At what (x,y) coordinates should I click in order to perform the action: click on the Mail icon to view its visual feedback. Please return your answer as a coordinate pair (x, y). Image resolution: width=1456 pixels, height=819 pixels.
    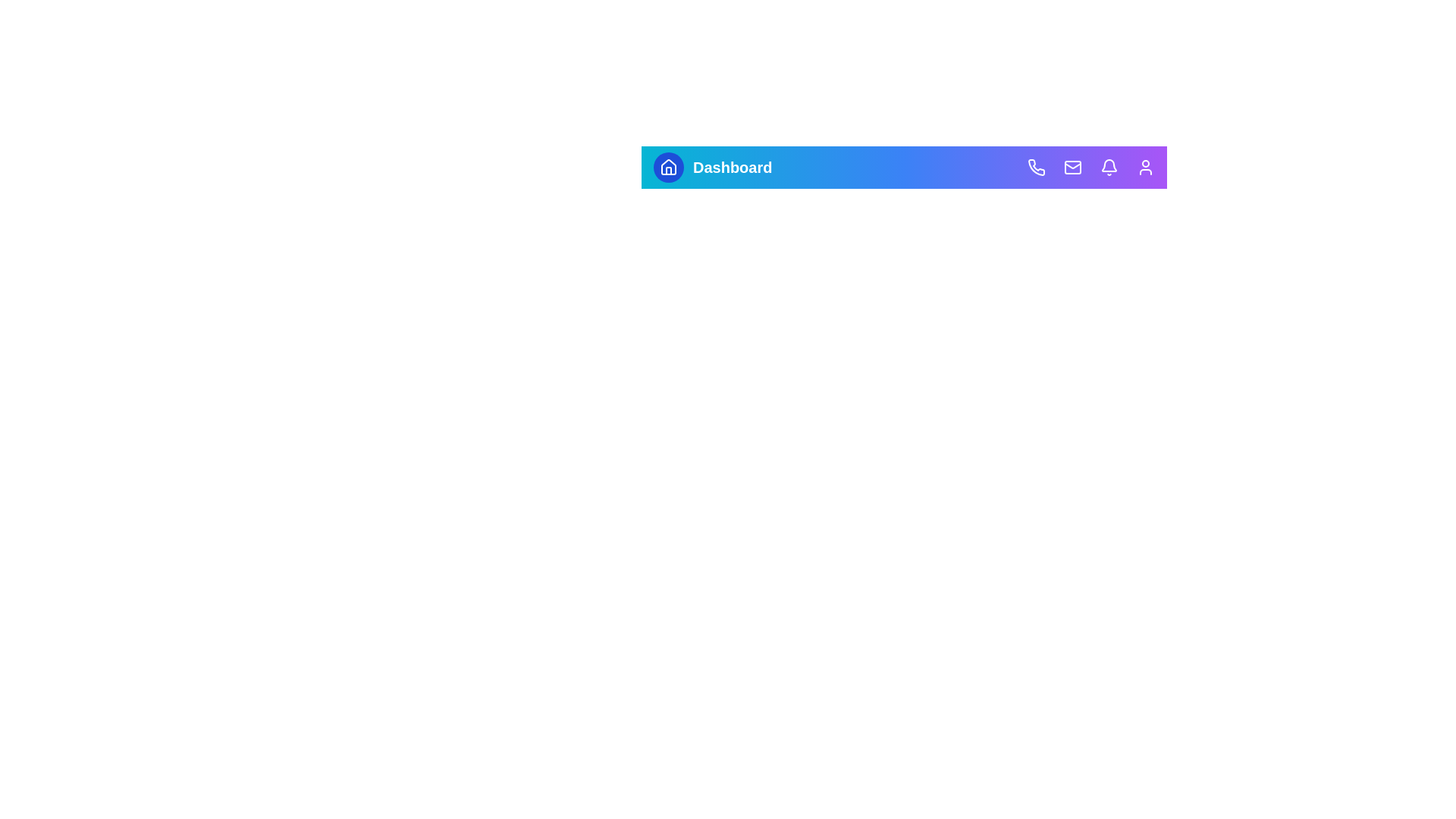
    Looking at the image, I should click on (1072, 167).